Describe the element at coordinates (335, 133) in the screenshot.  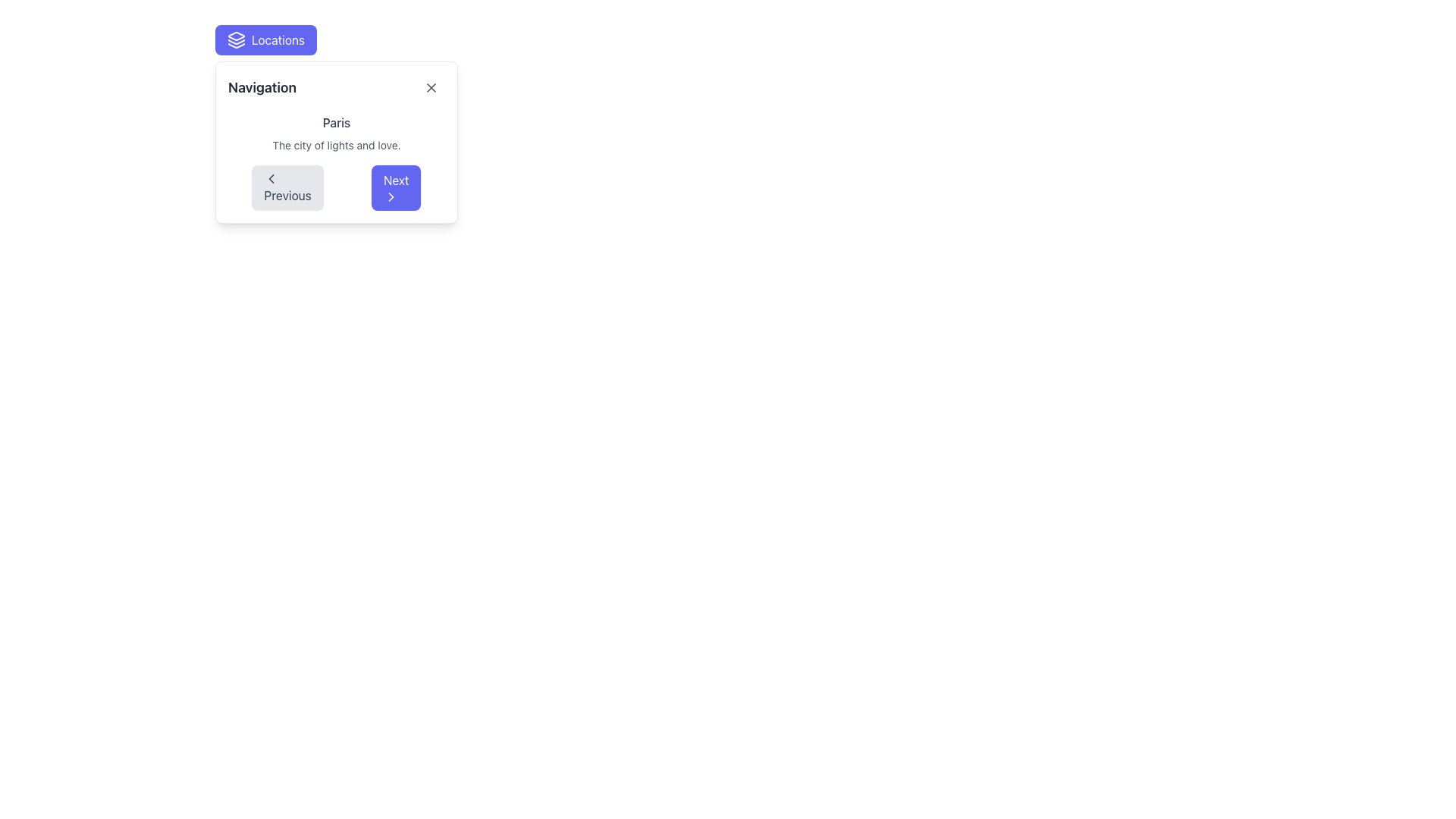
I see `the text element that displays 'Paris' in bold and 'The city of lights and love.' in a smaller font, located within the 'Navigation' modal` at that location.